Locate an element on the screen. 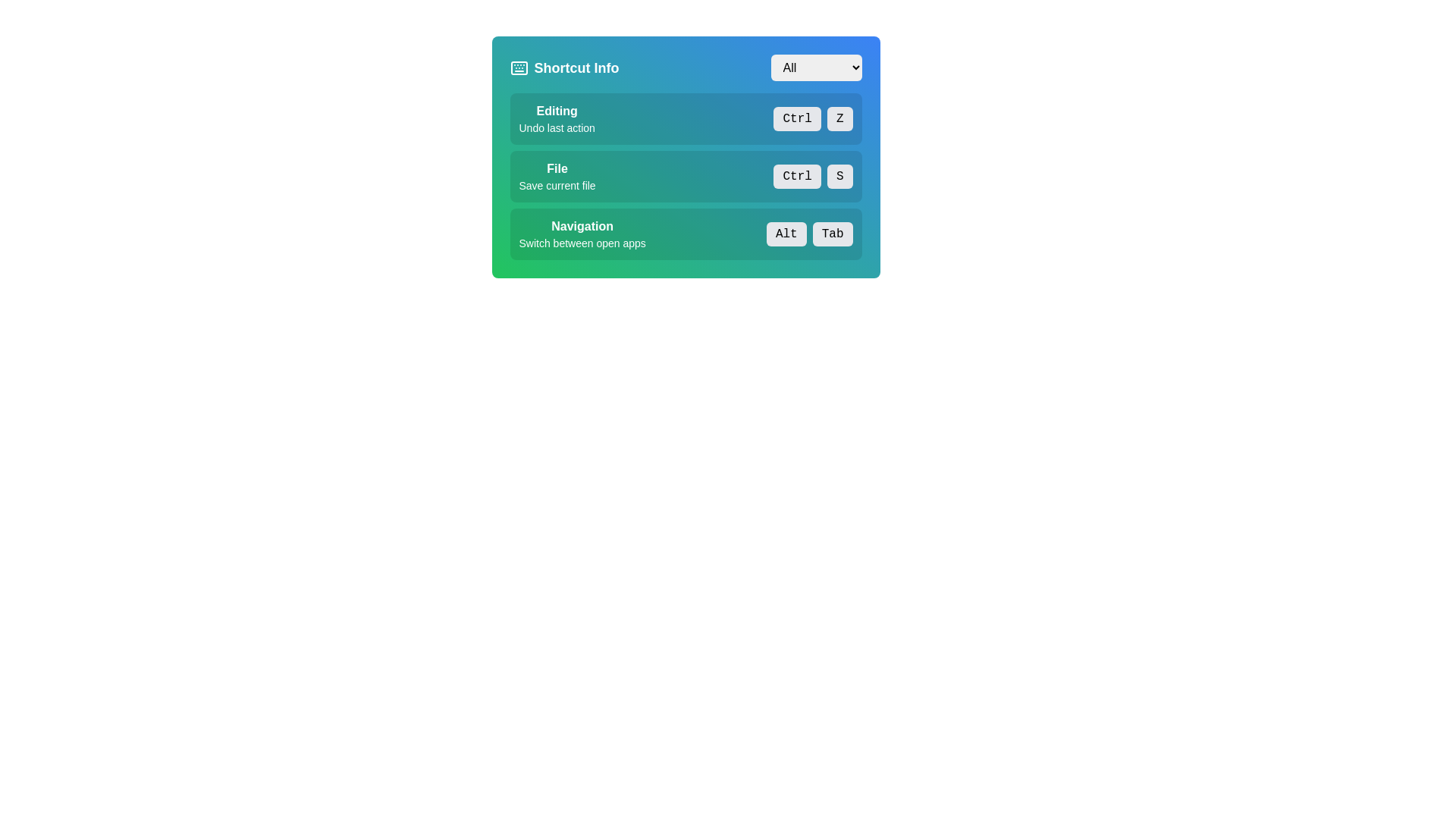 The width and height of the screenshot is (1456, 819). the static text label representing the 'Ctrl' keyboard shortcut key in the 'Shortcut Info' panel is located at coordinates (796, 175).